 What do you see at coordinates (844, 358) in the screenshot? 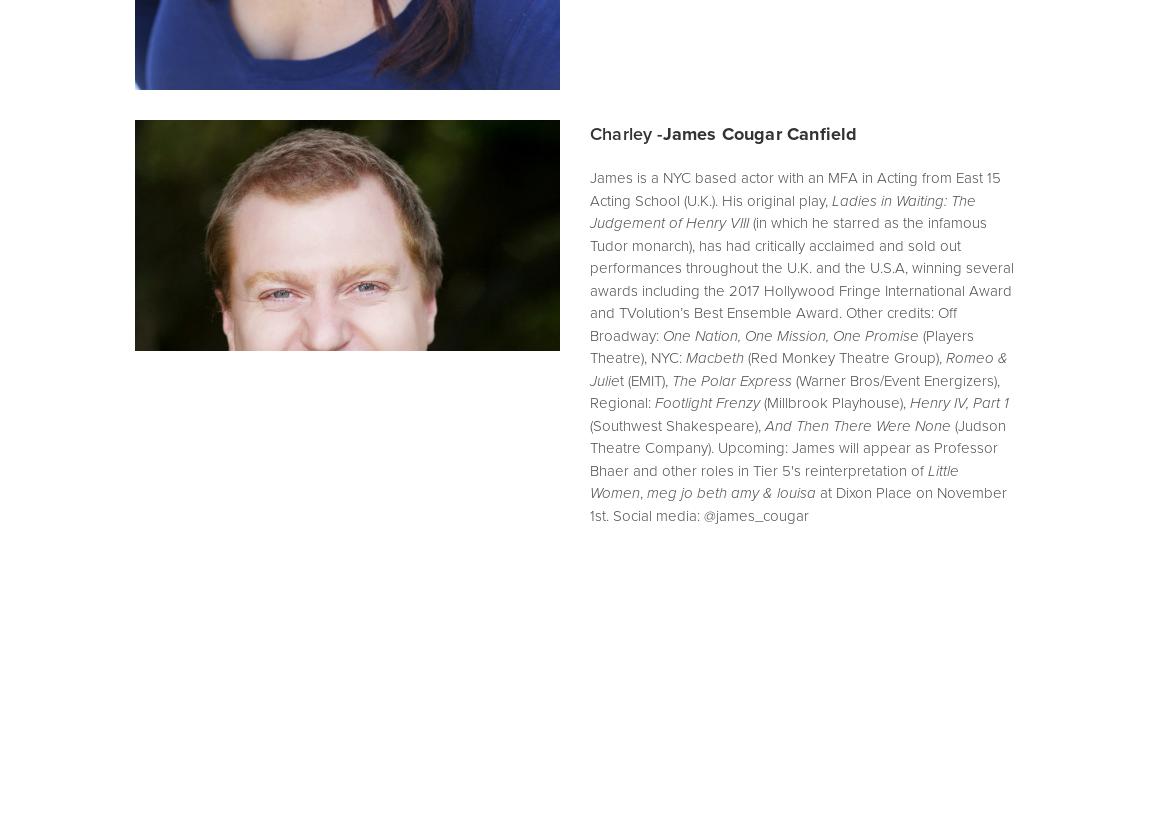
I see `'(Red Monkey Theatre Group),'` at bounding box center [844, 358].